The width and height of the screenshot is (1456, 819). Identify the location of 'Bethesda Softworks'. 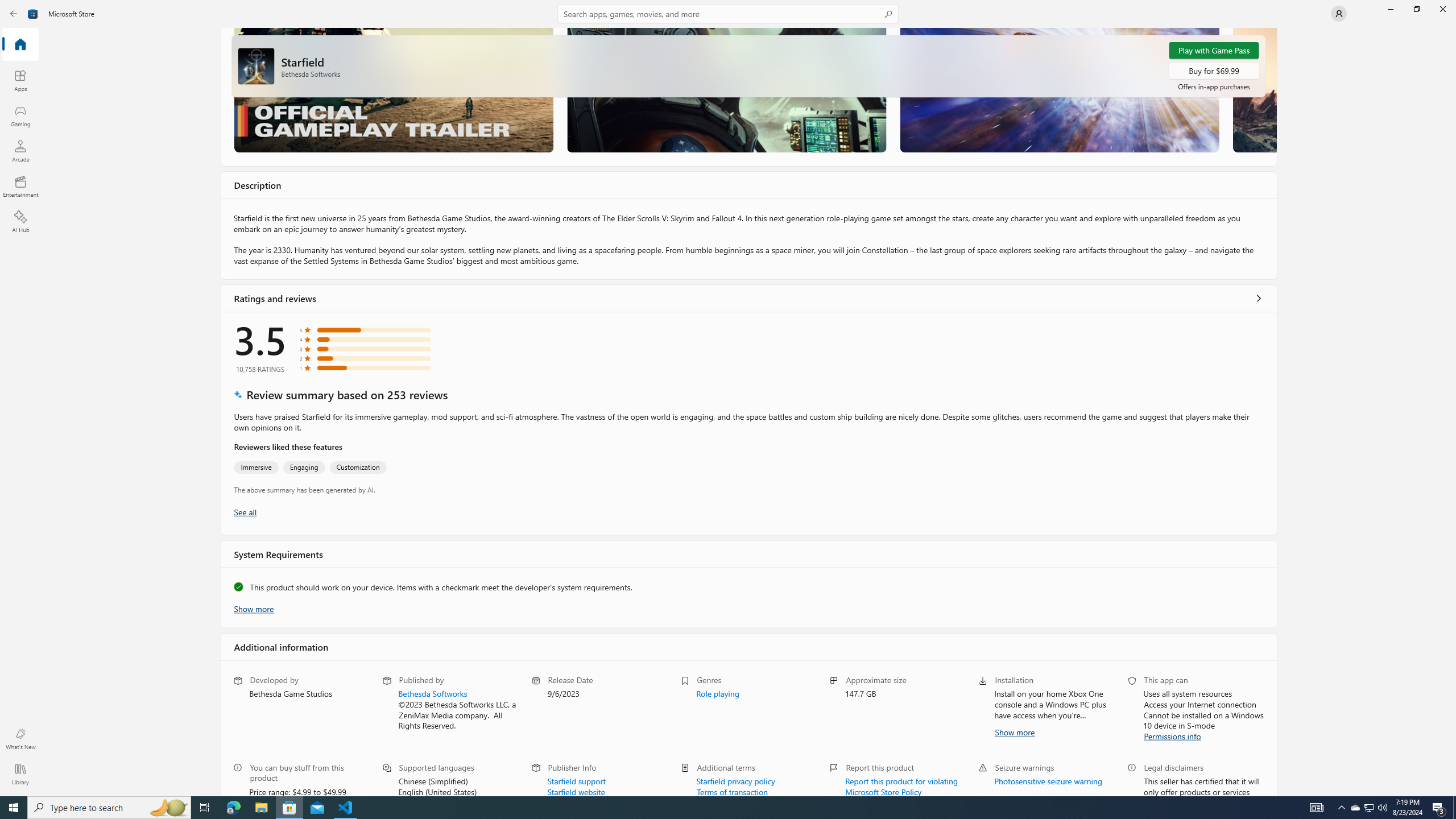
(432, 692).